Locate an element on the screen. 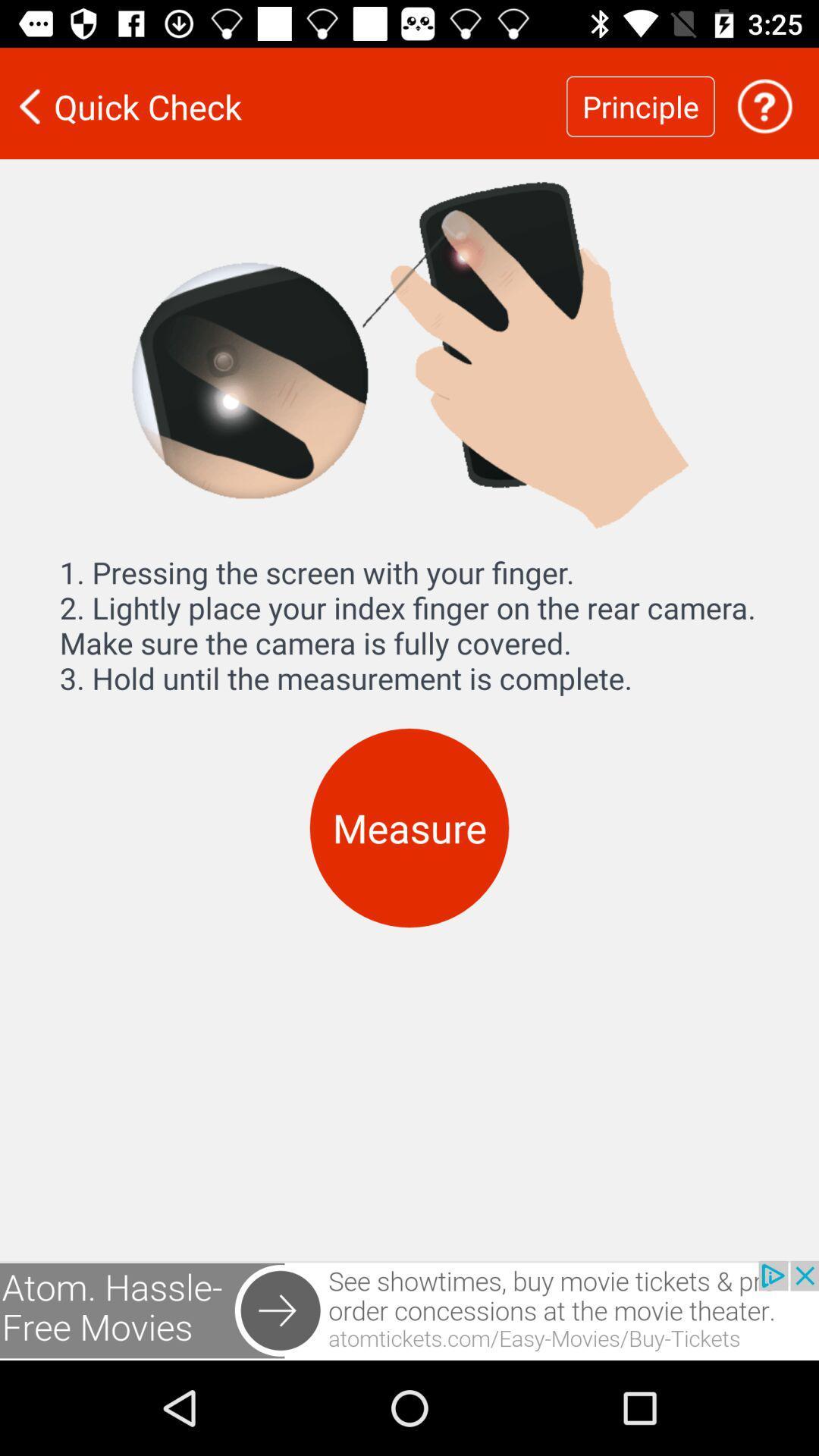  advertisement banner is located at coordinates (409, 1310).